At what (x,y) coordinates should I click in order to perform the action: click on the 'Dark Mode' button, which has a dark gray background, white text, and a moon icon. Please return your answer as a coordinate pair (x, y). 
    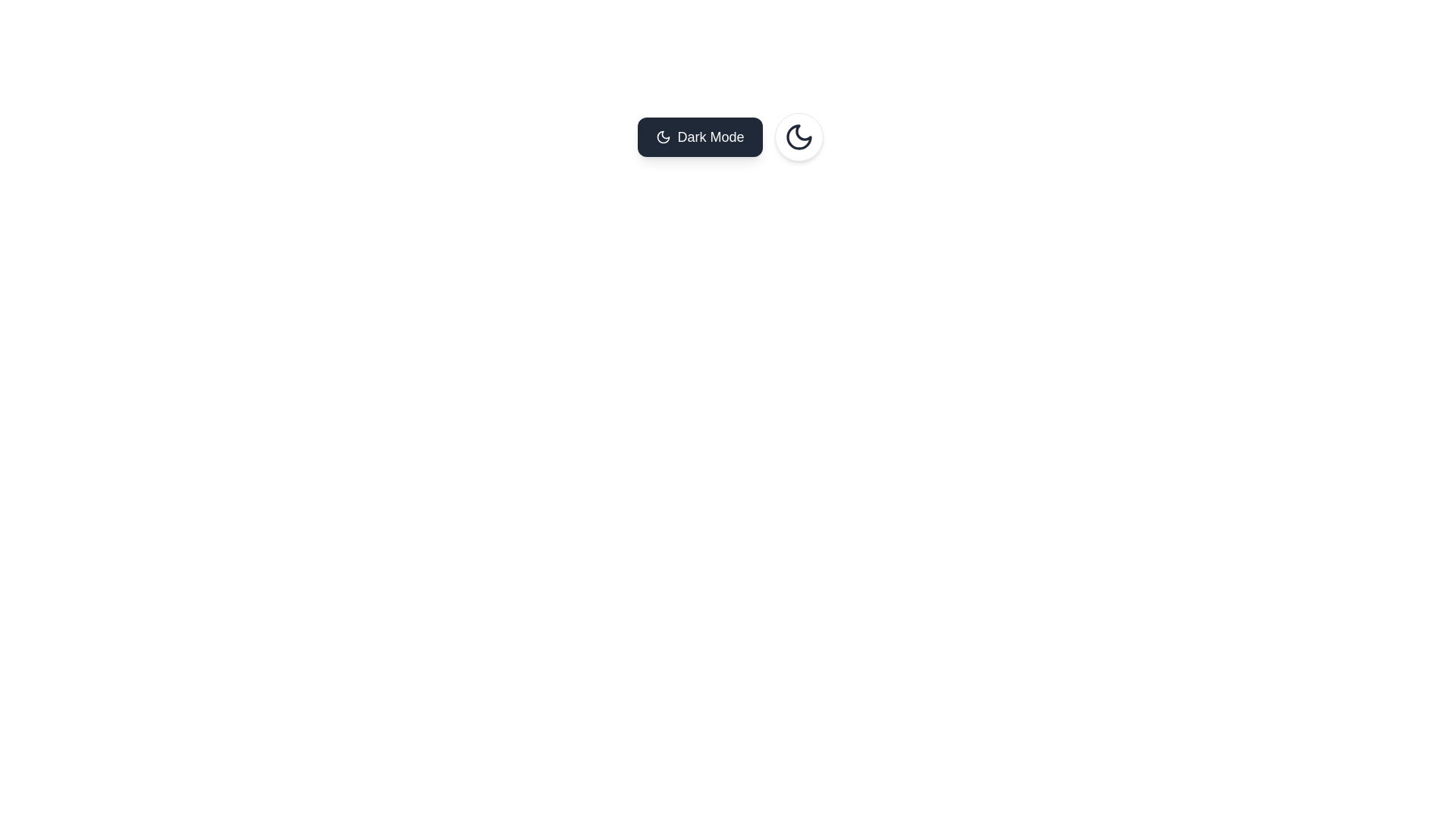
    Looking at the image, I should click on (699, 137).